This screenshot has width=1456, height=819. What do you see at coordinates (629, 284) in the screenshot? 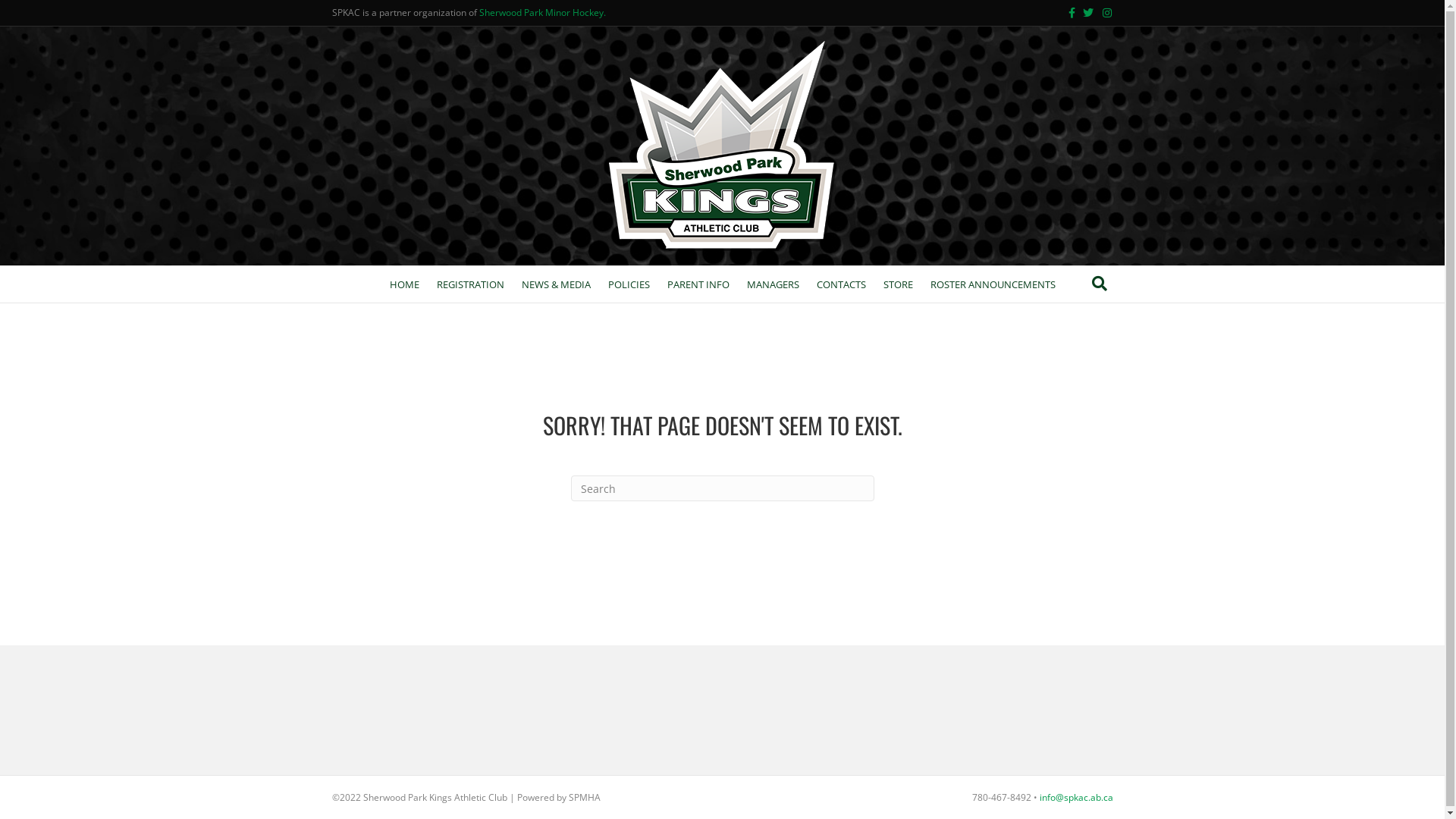
I see `'POLICIES'` at bounding box center [629, 284].